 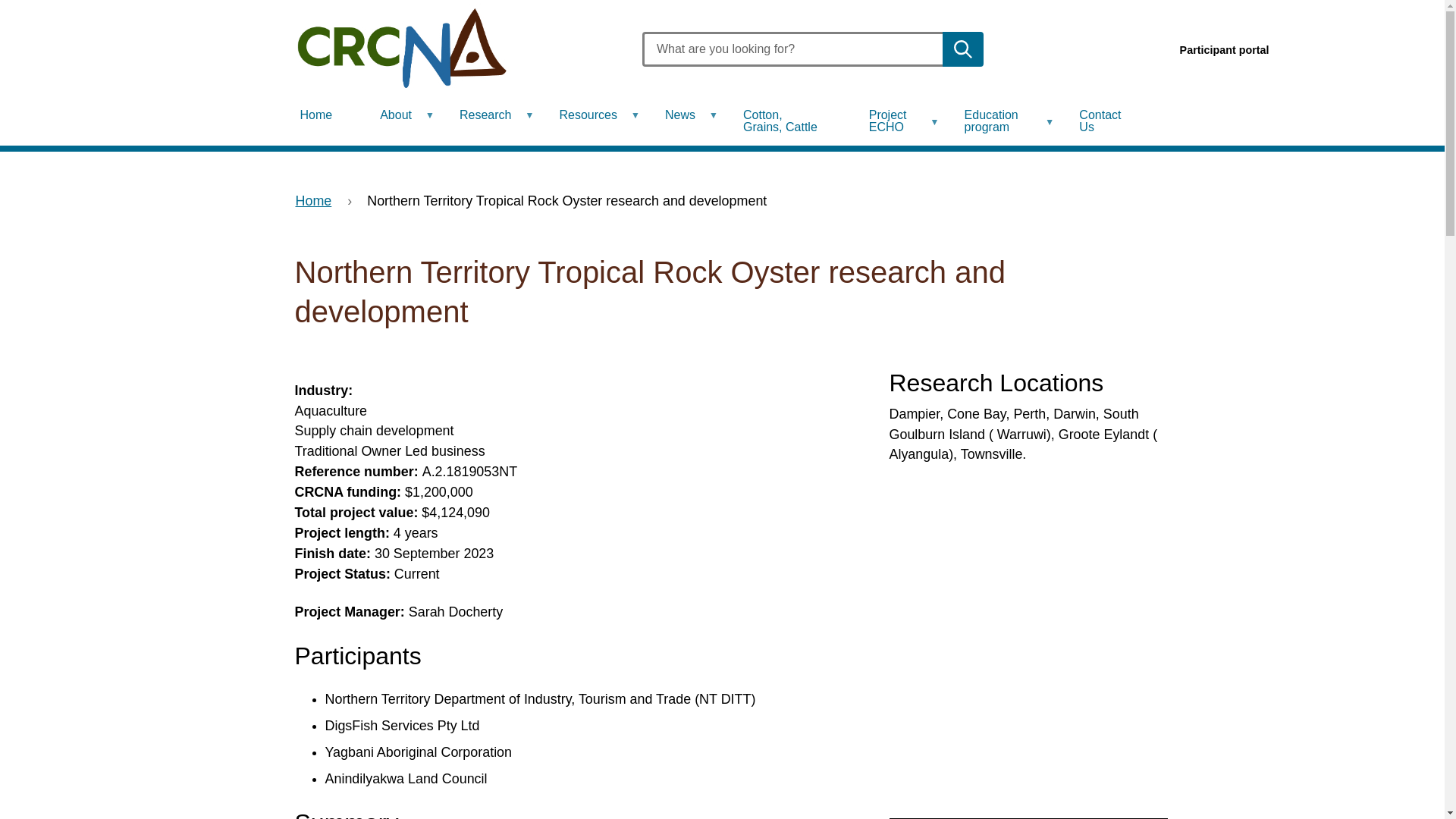 I want to click on 'Skip to main content', so click(x=0, y=0).